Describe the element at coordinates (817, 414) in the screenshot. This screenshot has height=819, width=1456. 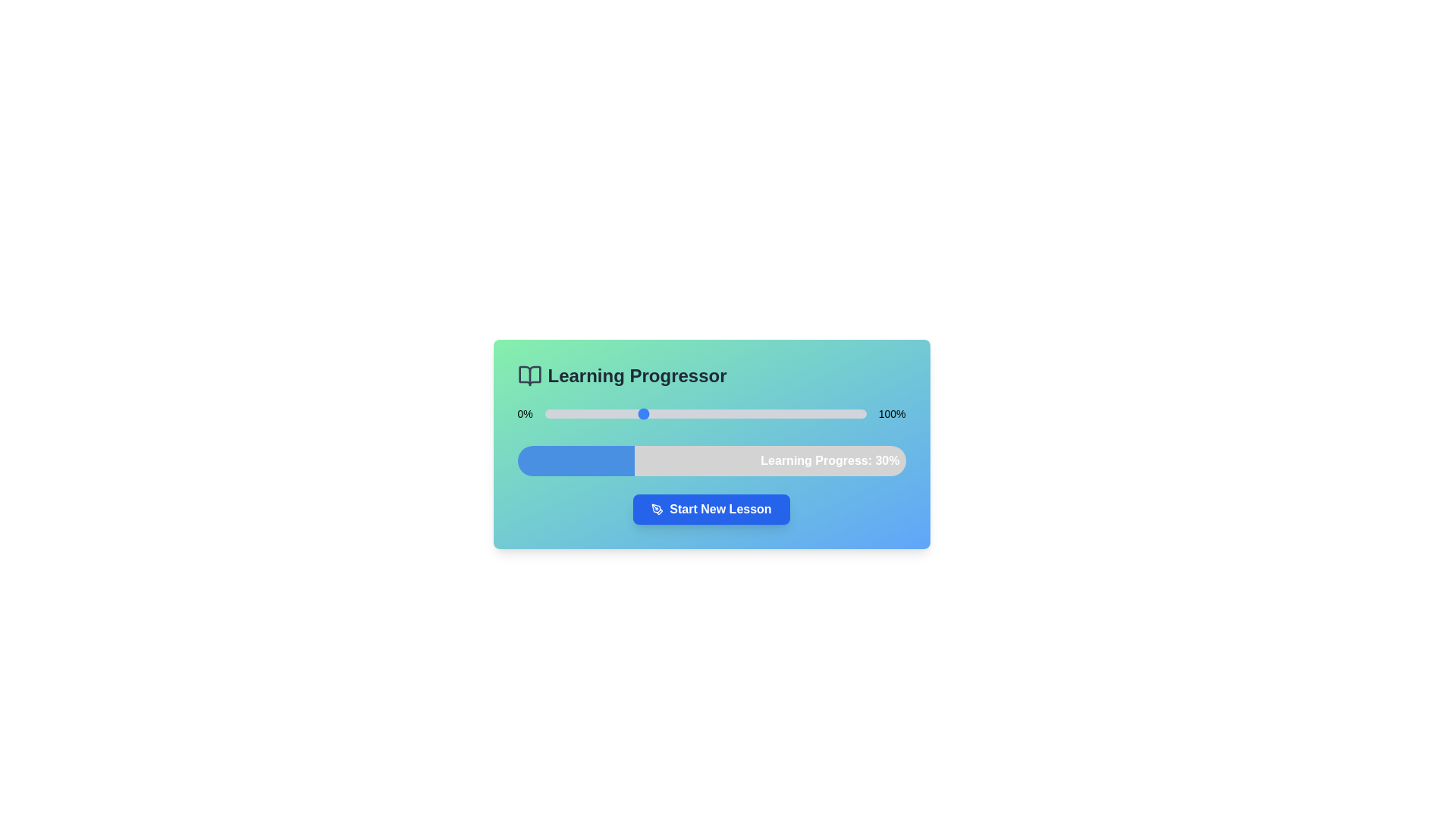
I see `the progress slider to set the progress to 85%` at that location.